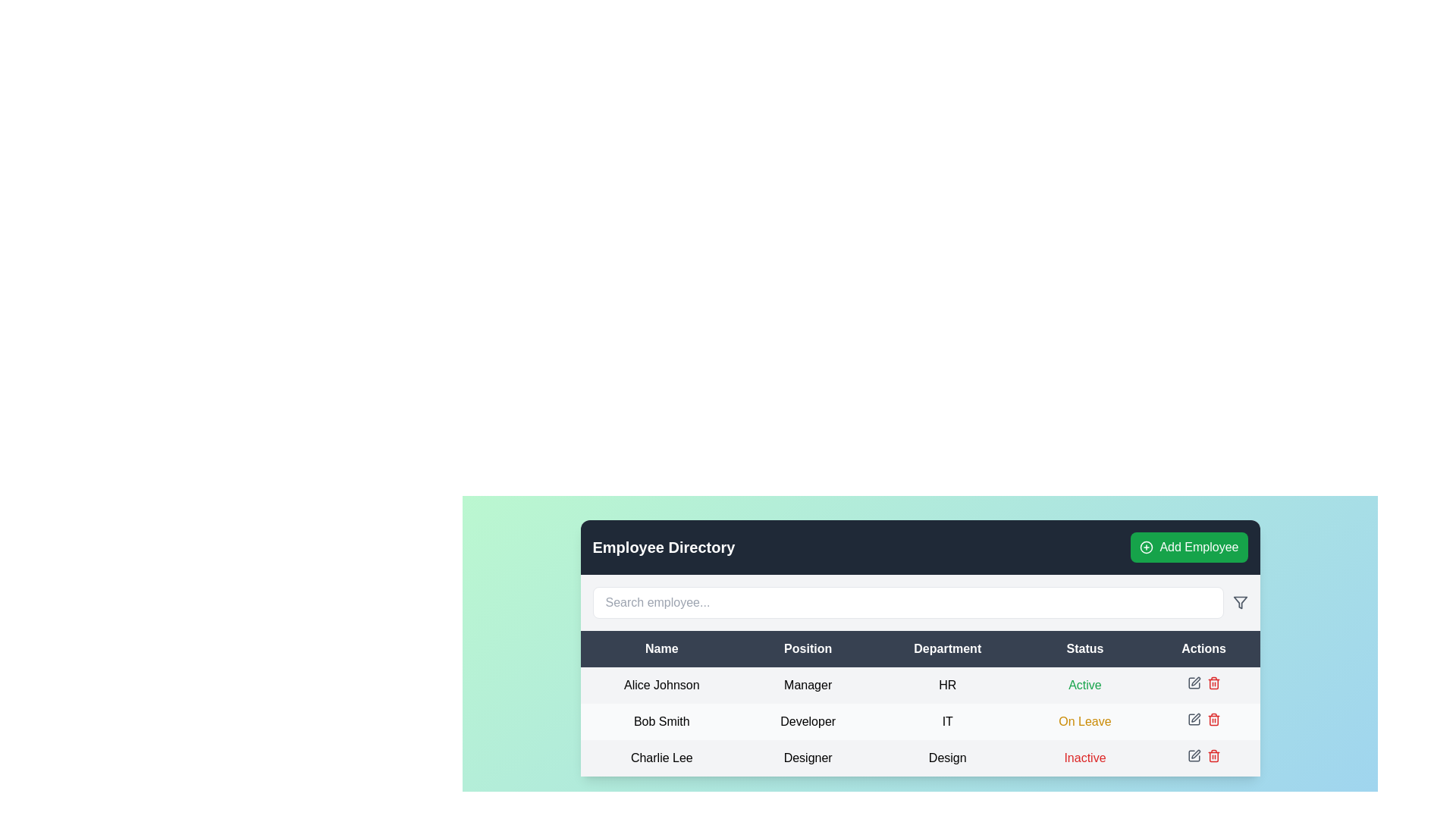 The height and width of the screenshot is (819, 1456). Describe the element at coordinates (1203, 718) in the screenshot. I see `the Action control panel icon for user 'Bob Smith', a Developer currently On Leave` at that location.